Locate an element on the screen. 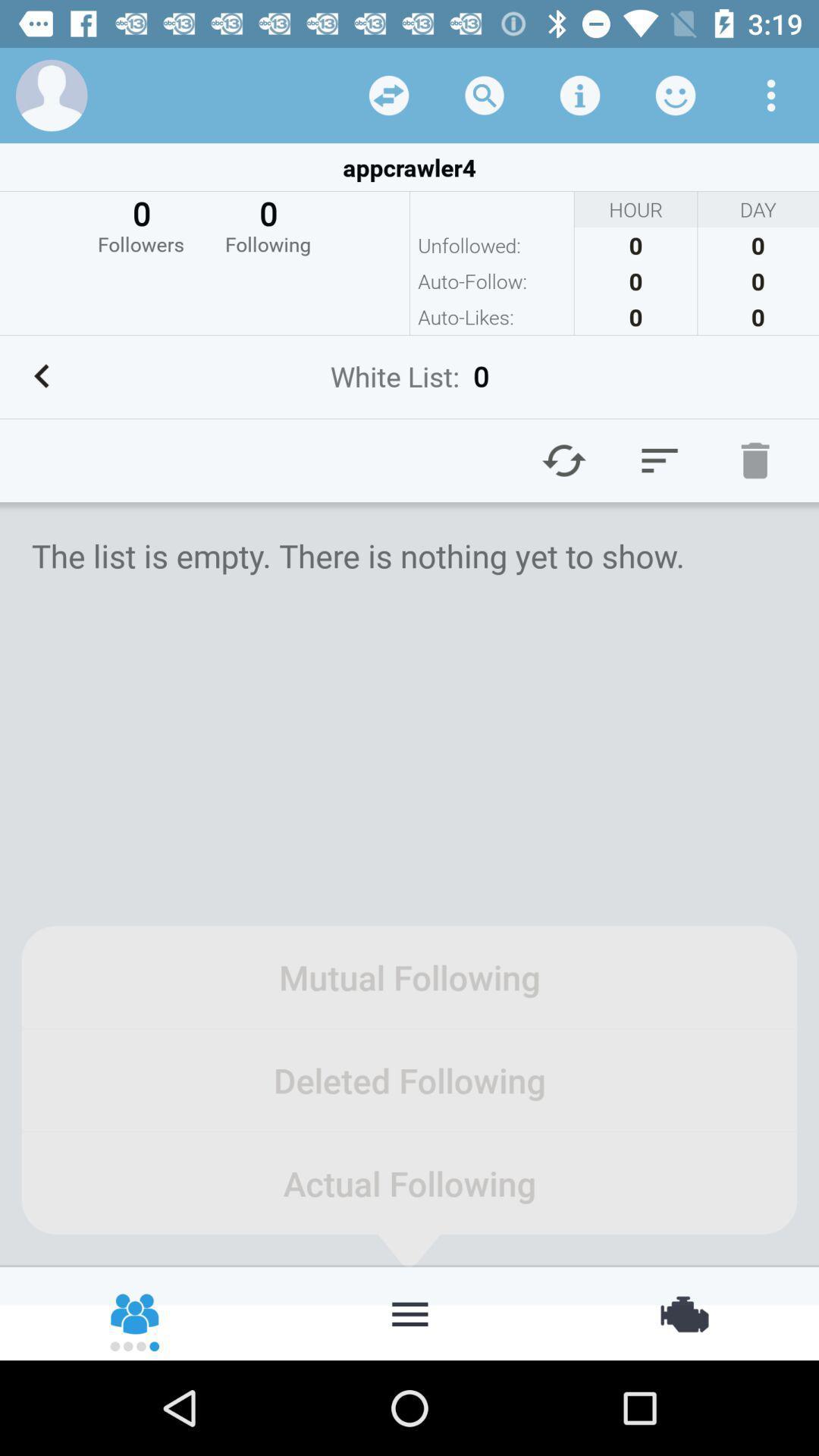 This screenshot has height=1456, width=819. profile icon is located at coordinates (51, 94).